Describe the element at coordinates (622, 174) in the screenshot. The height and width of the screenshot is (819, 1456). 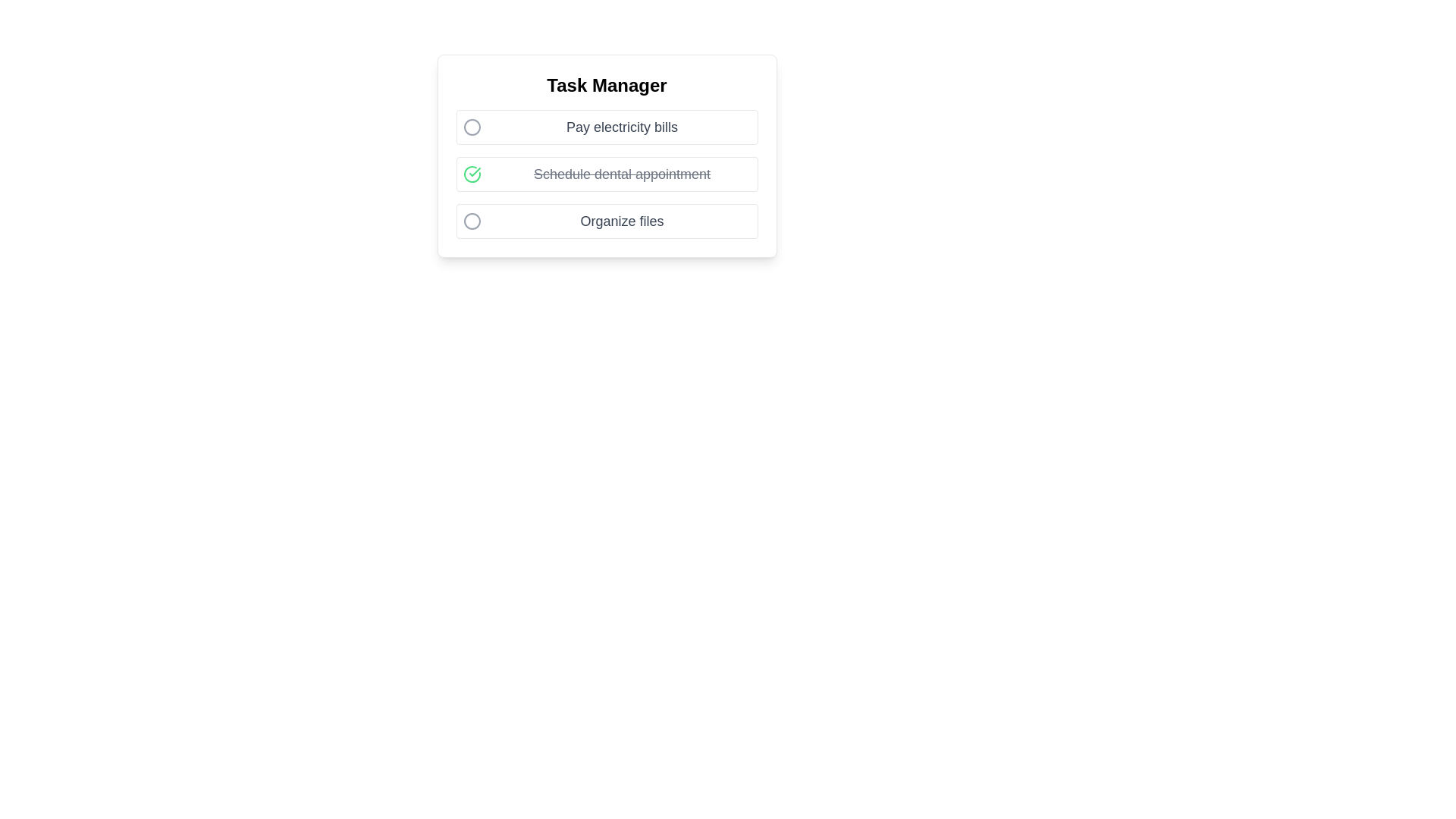
I see `the text label displaying 'Schedule dental appointment' in the Task Manager list, which indicates a completed task` at that location.